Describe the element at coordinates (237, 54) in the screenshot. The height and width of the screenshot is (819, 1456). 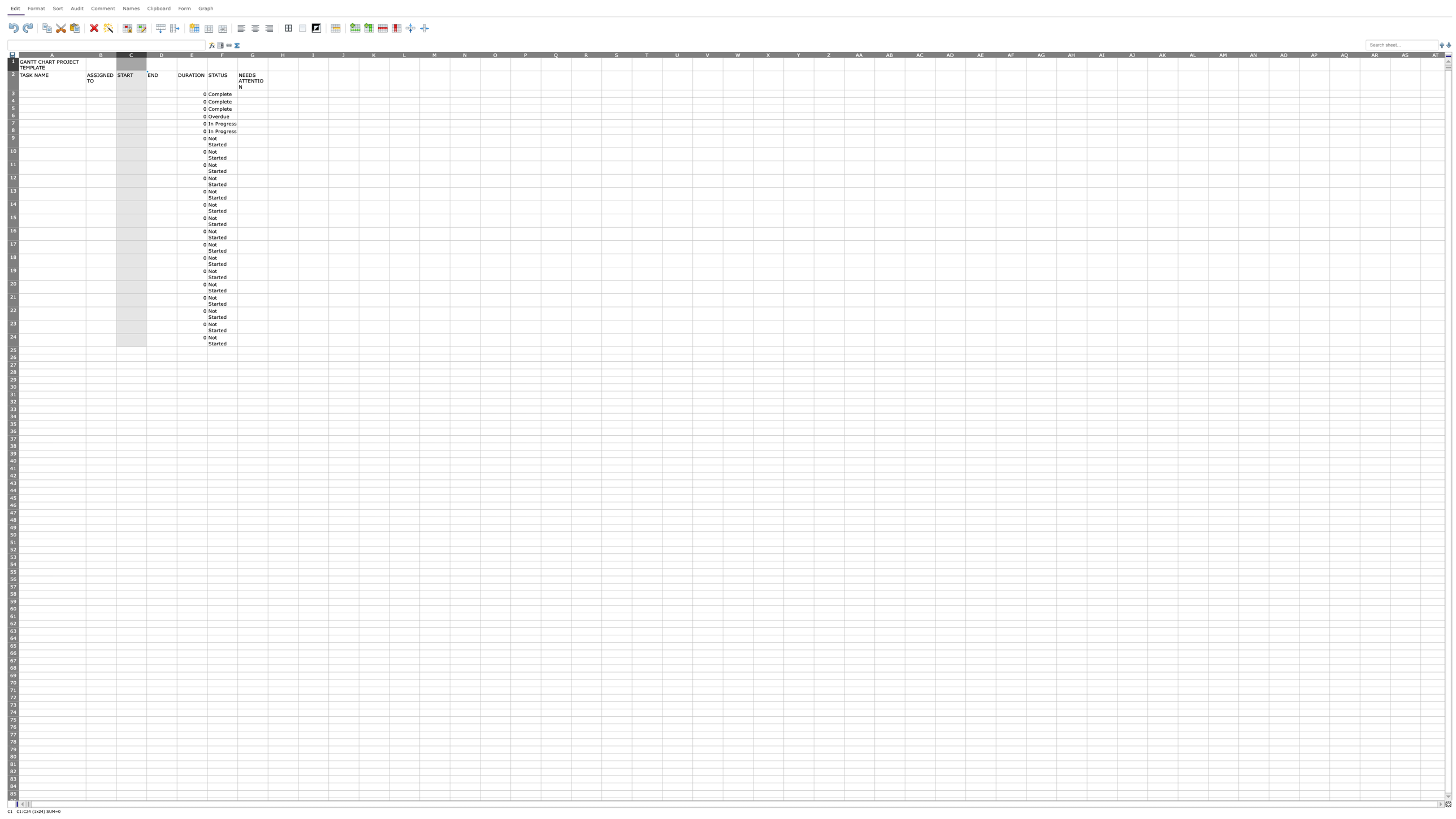
I see `the resize handle of column F` at that location.